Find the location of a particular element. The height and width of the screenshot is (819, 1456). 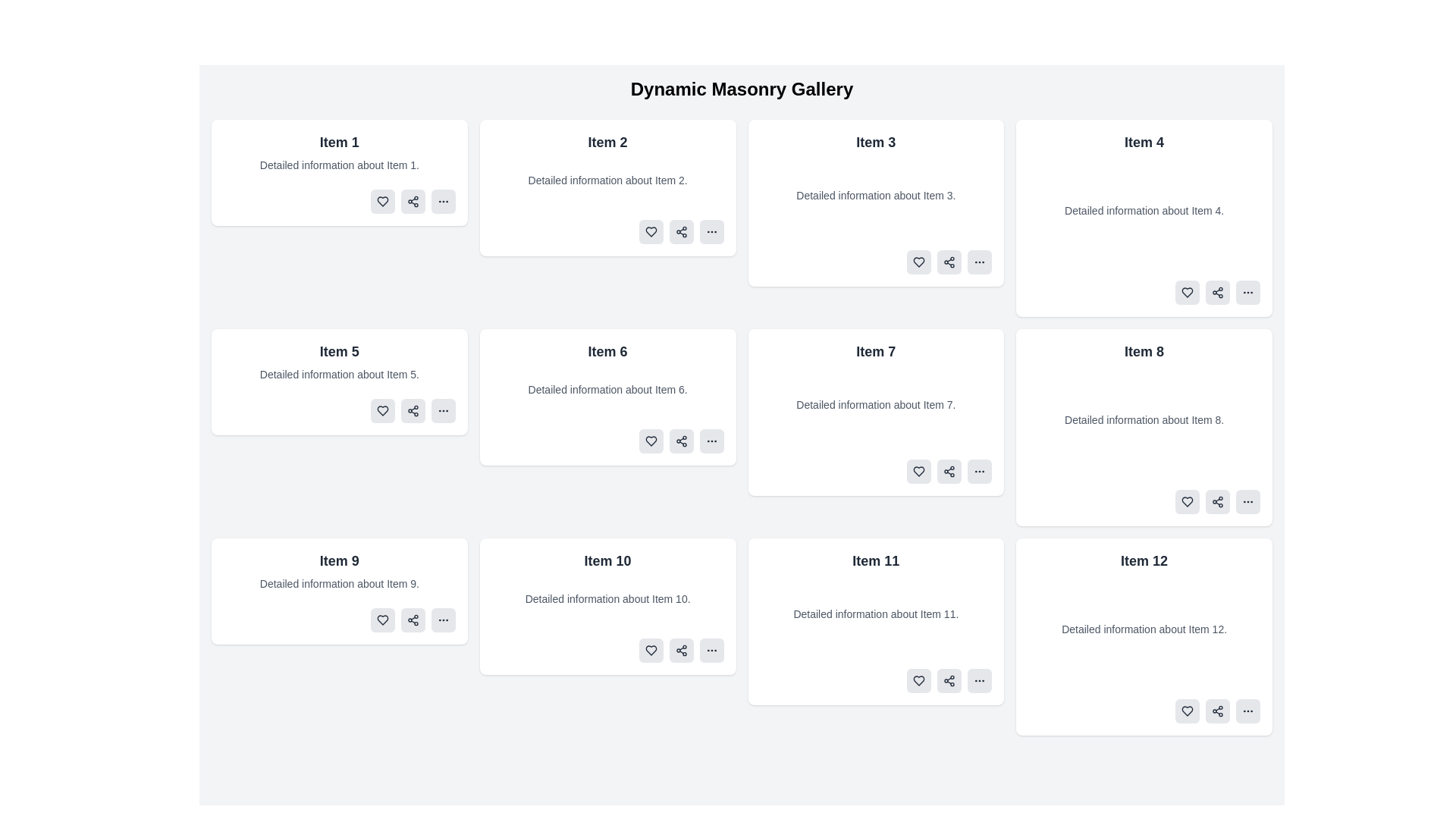

the button located in the bottom-right corner of the card labeled 'Item 11' is located at coordinates (980, 680).